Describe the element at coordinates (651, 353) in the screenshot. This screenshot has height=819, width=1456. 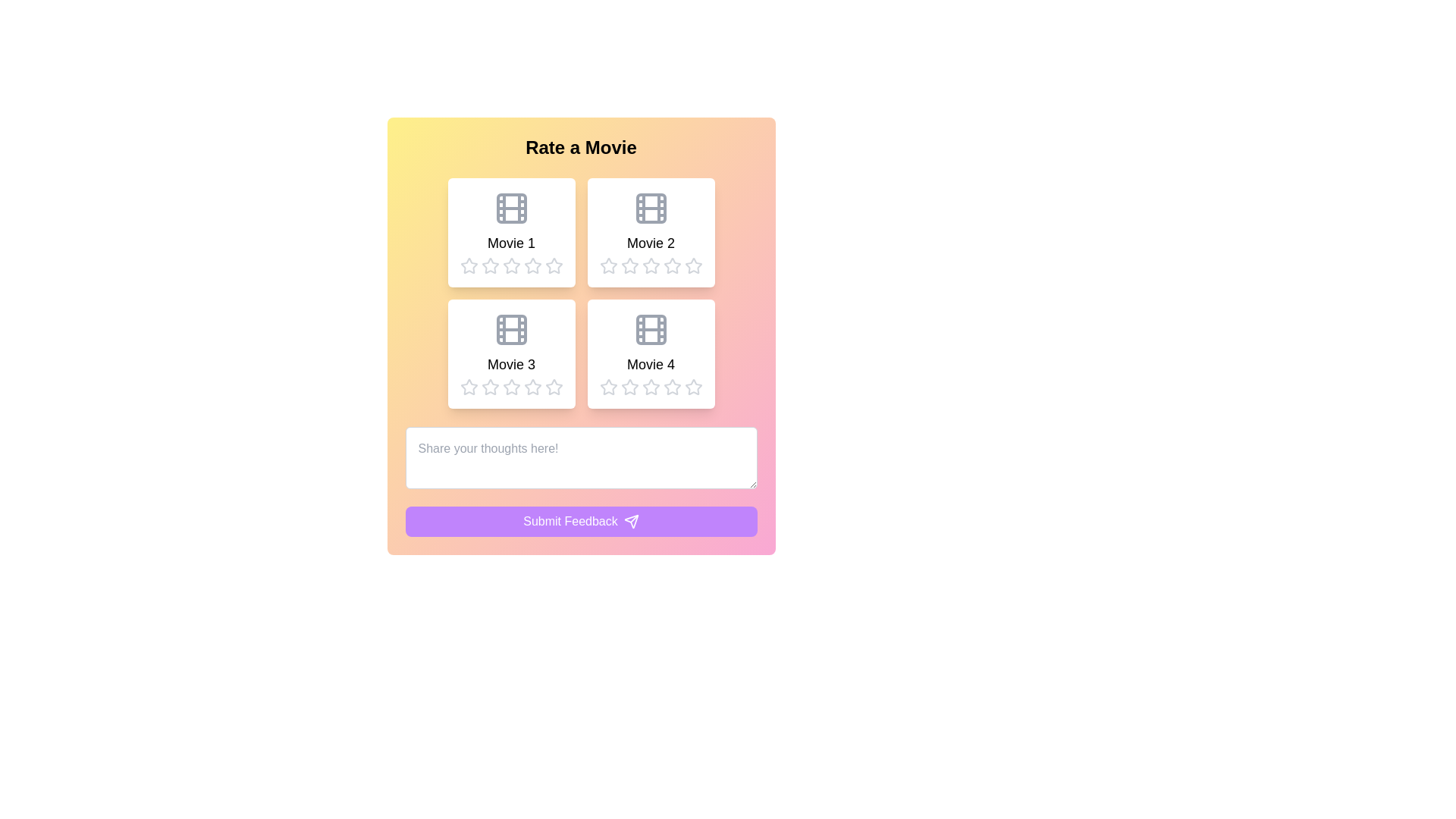
I see `the movie card in the bottom-right slot of the 2x2 grid` at that location.